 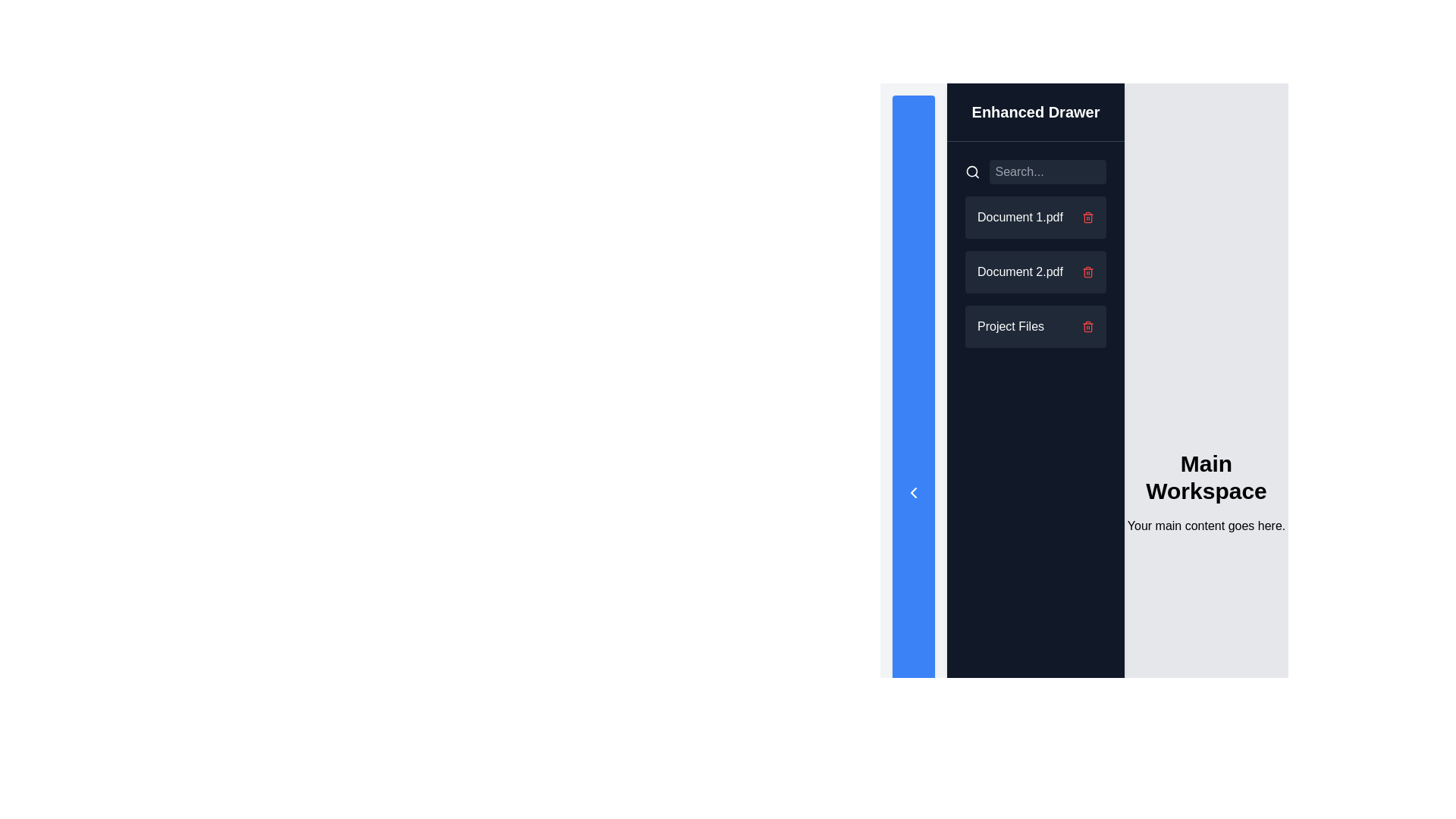 I want to click on the trash bin icon button associated with 'Document 1.pdf', so click(x=1087, y=217).